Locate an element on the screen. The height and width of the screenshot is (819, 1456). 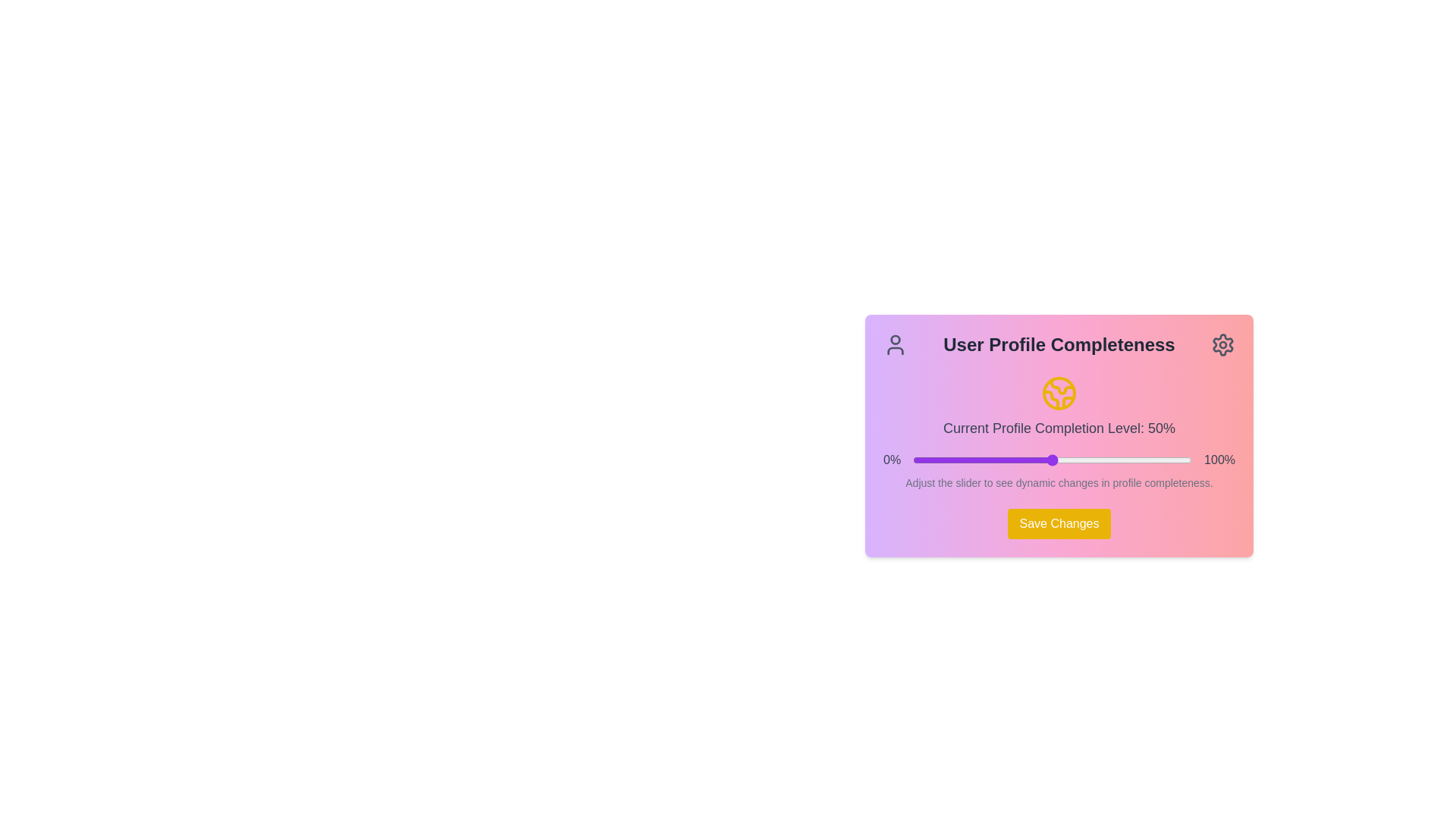
the profile completeness level is located at coordinates (1157, 459).